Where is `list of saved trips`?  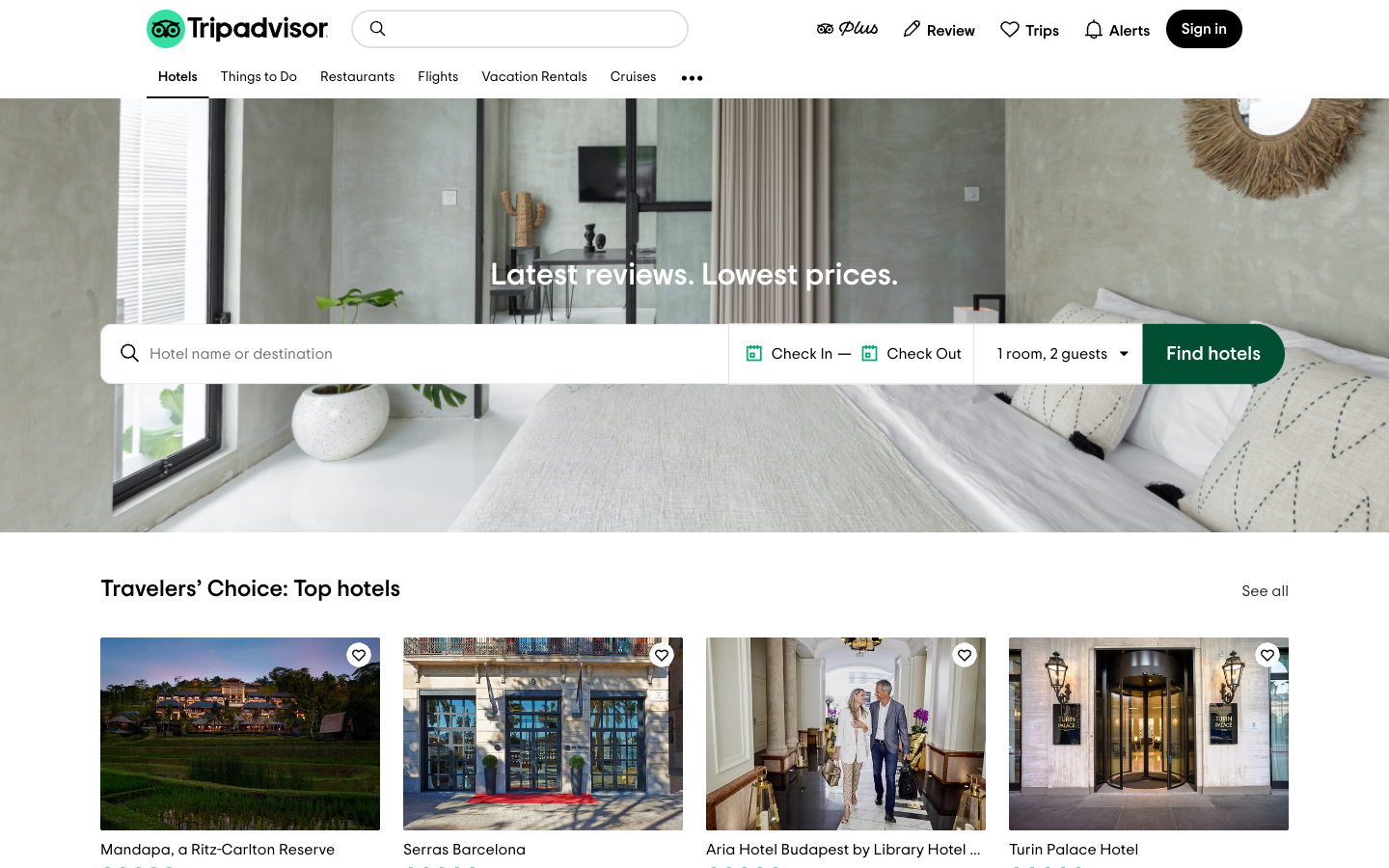
list of saved trips is located at coordinates (1029, 27).